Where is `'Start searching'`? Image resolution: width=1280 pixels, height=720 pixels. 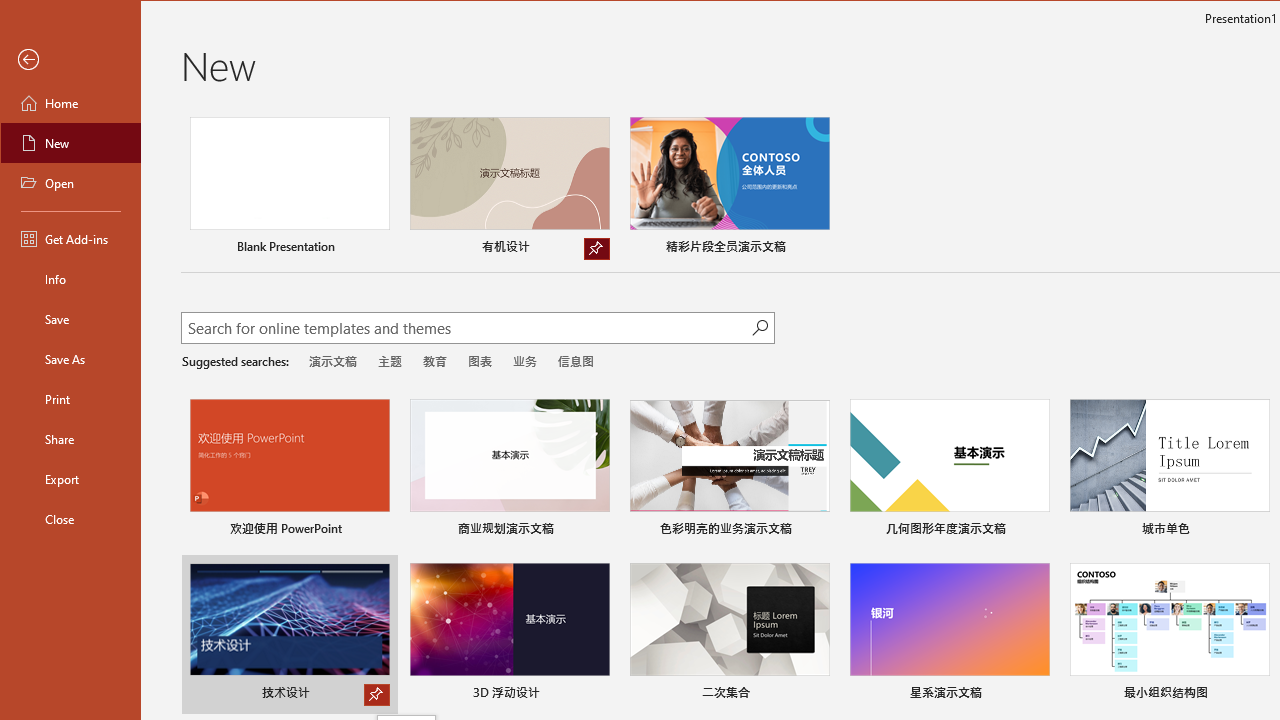 'Start searching' is located at coordinates (759, 326).